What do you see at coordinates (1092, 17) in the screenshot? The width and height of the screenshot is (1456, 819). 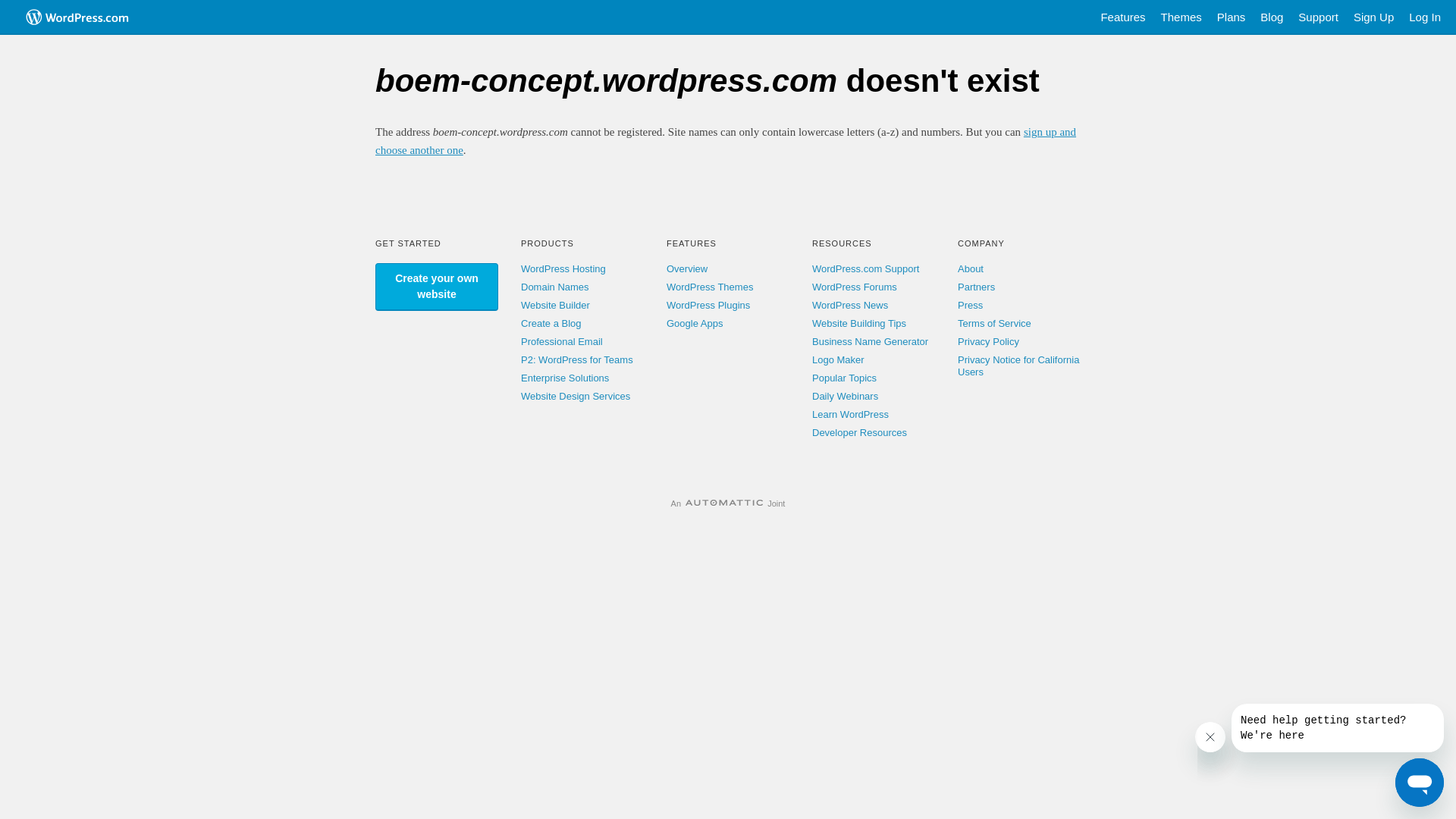 I see `'Features'` at bounding box center [1092, 17].